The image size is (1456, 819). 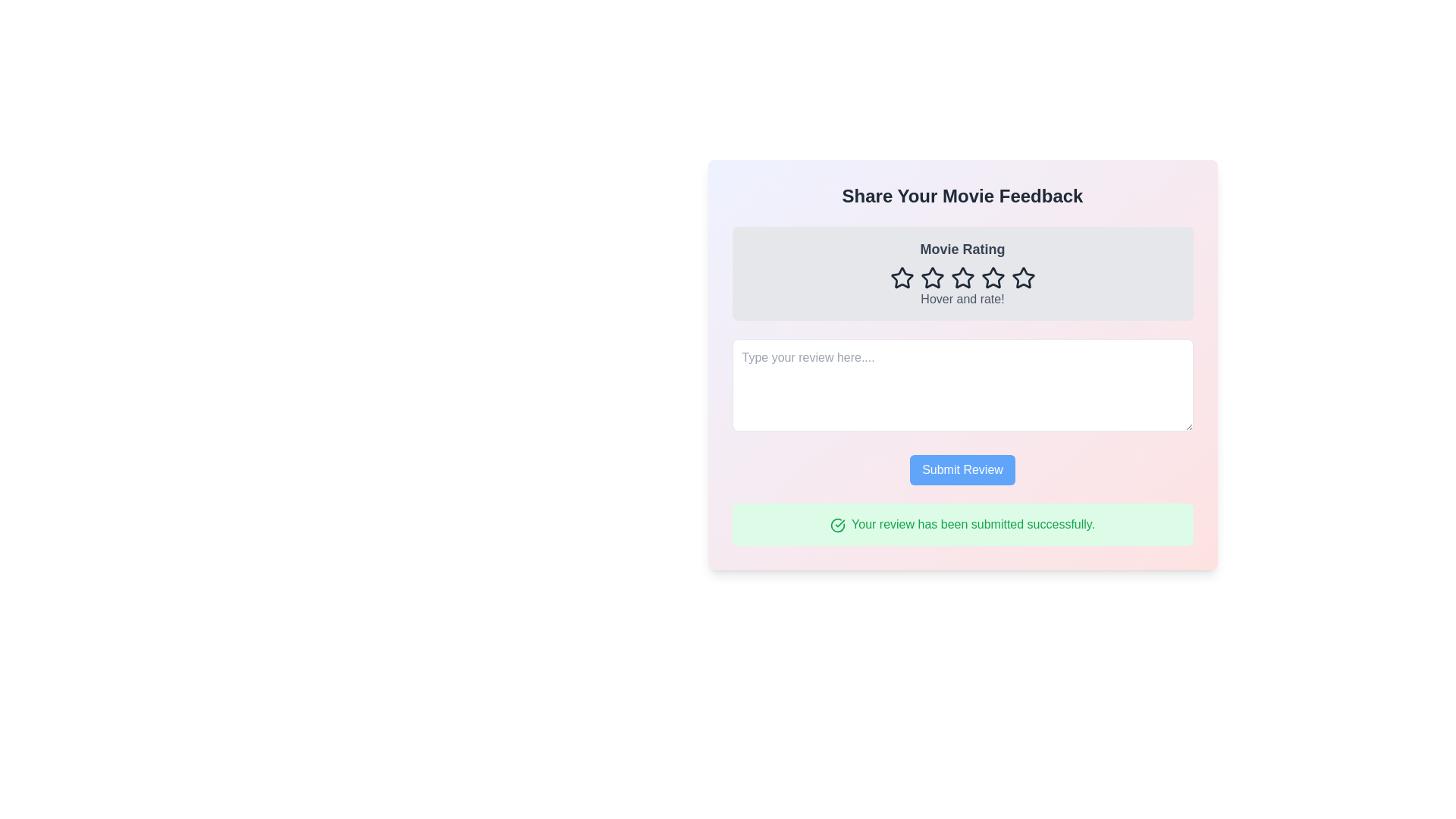 What do you see at coordinates (962, 248) in the screenshot?
I see `text label that introduces the rating feature, located centrally in the top gray box of the feedback section` at bounding box center [962, 248].